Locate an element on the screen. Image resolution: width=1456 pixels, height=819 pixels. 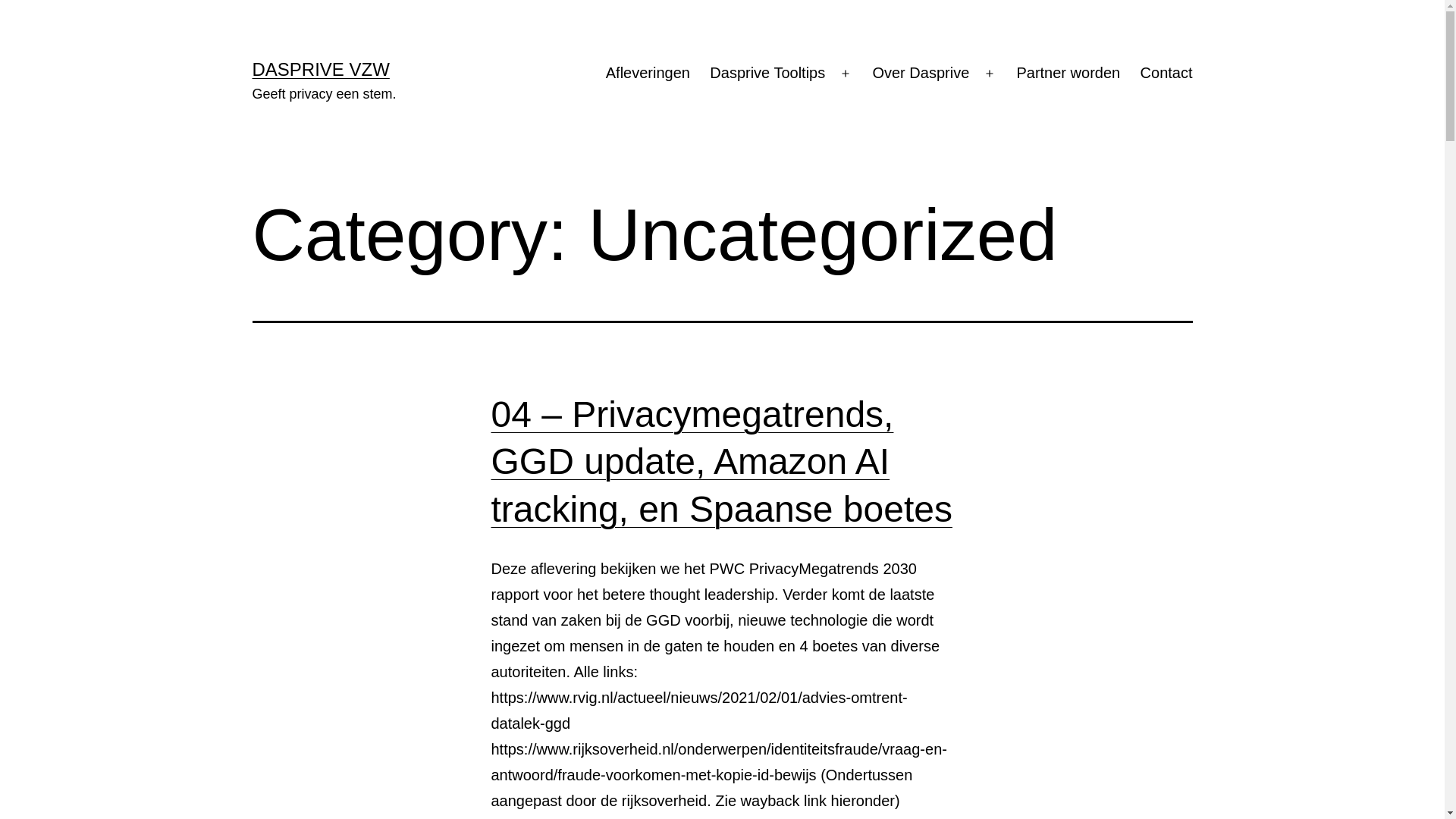
'Contact' is located at coordinates (1165, 73).